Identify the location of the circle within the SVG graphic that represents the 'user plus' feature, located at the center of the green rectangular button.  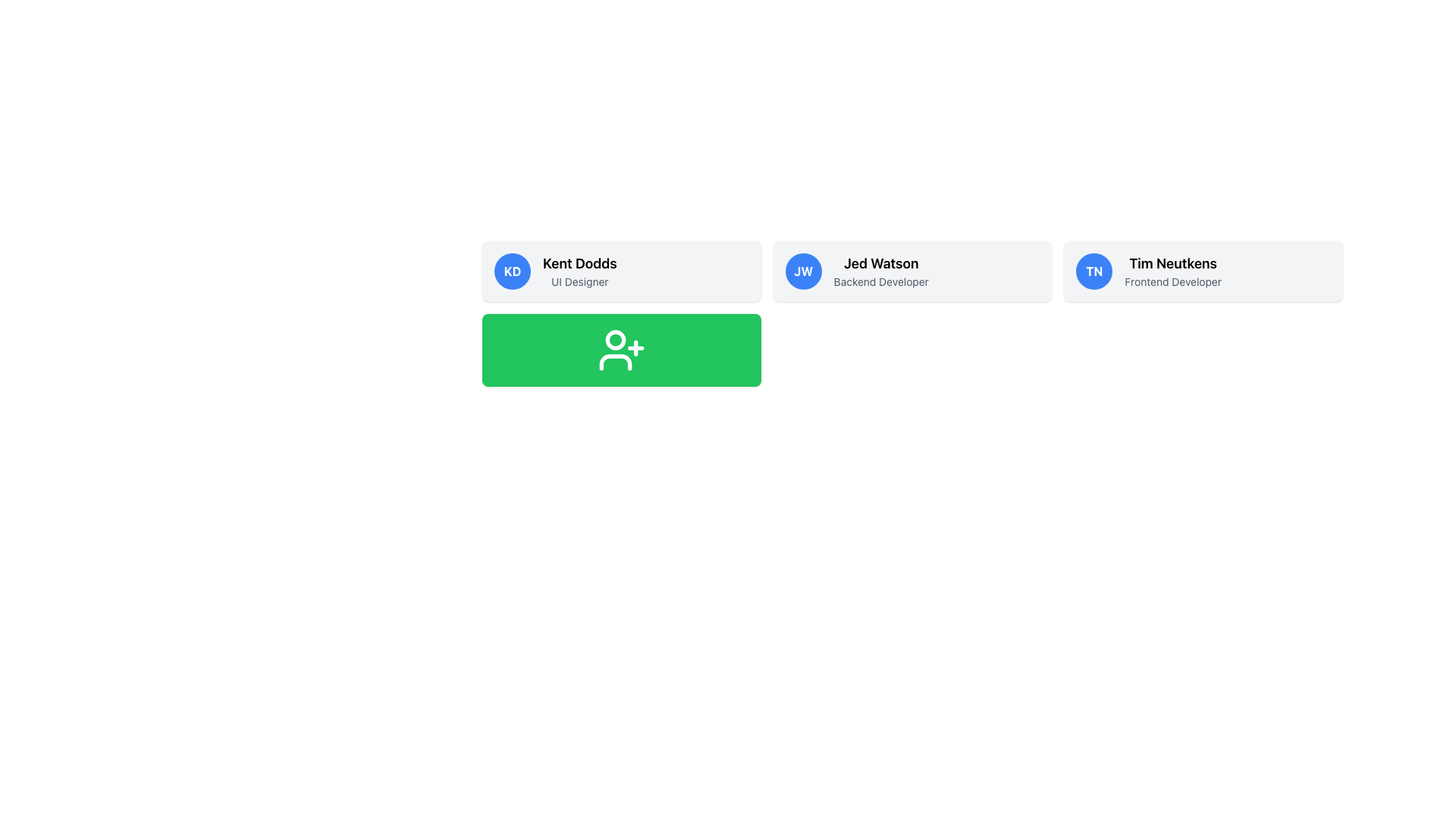
(615, 339).